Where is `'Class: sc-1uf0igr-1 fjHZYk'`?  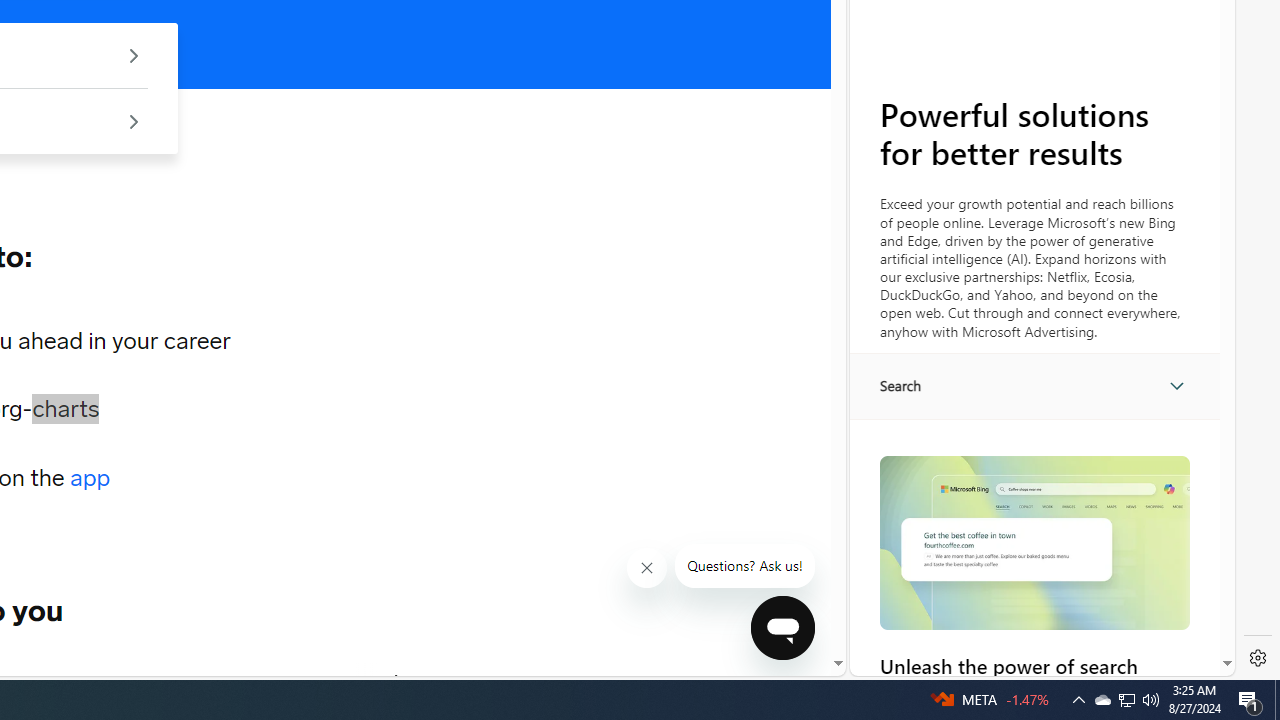
'Class: sc-1uf0igr-1 fjHZYk' is located at coordinates (647, 568).